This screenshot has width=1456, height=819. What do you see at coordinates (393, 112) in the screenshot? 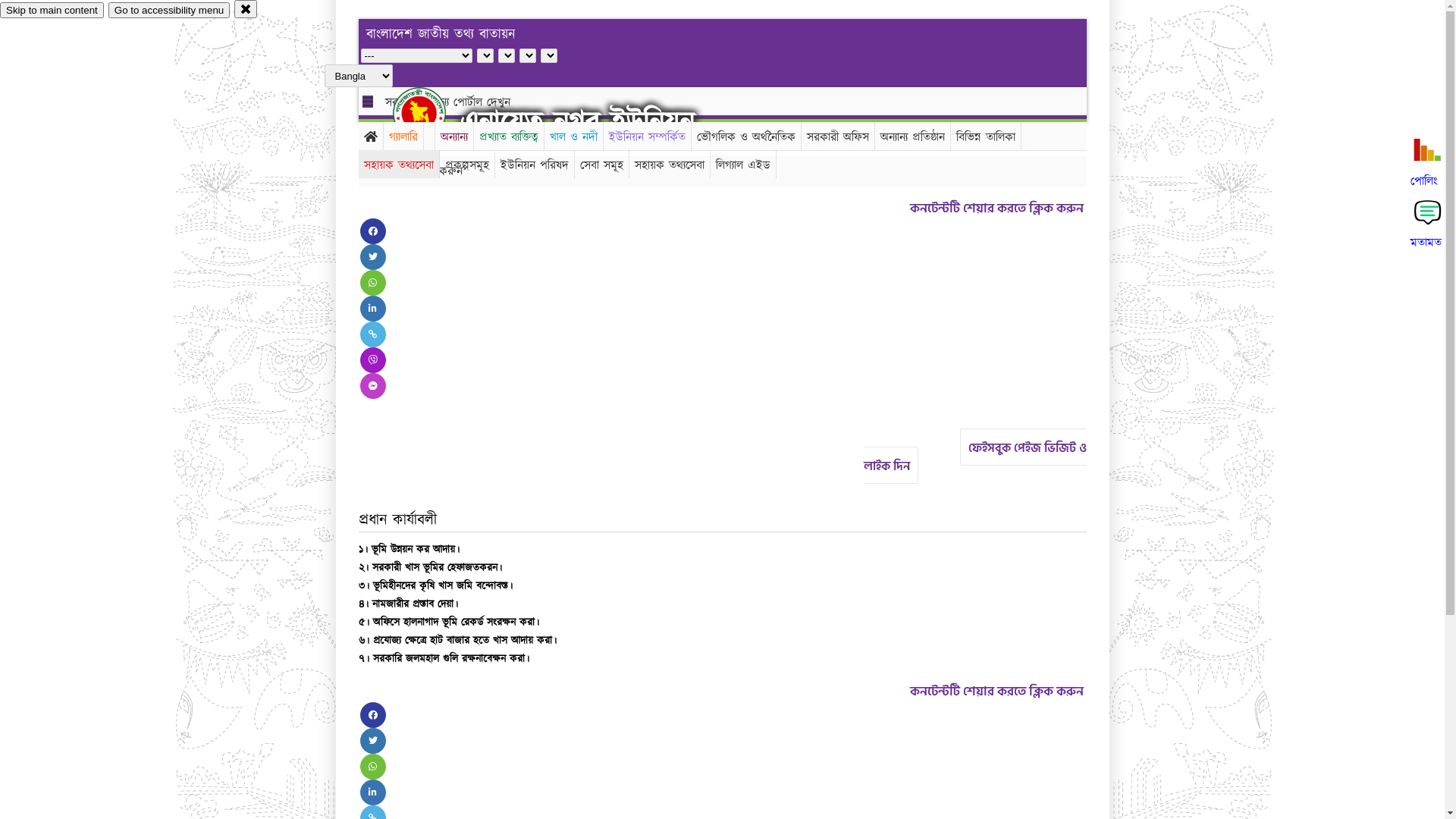
I see `'` at bounding box center [393, 112].